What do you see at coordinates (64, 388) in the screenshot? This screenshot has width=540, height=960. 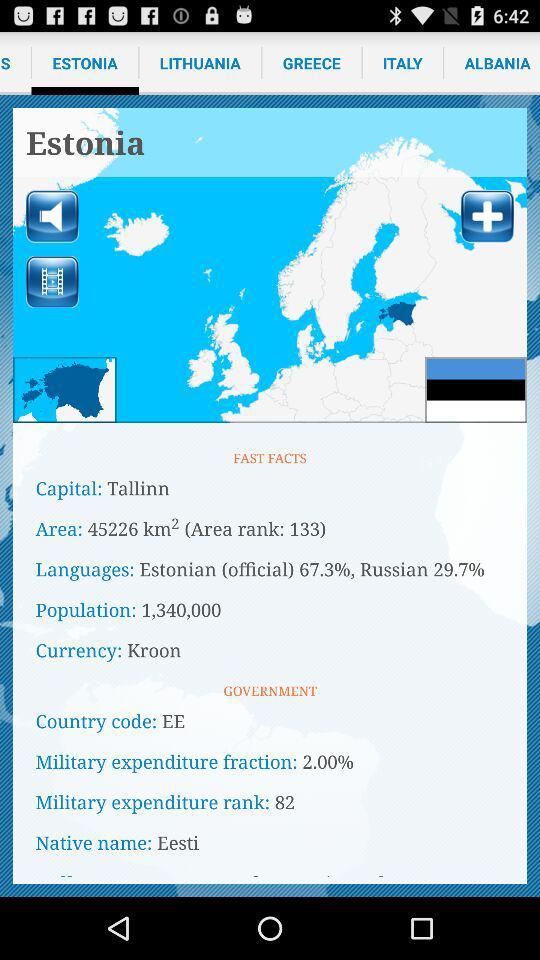 I see `mini-map` at bounding box center [64, 388].